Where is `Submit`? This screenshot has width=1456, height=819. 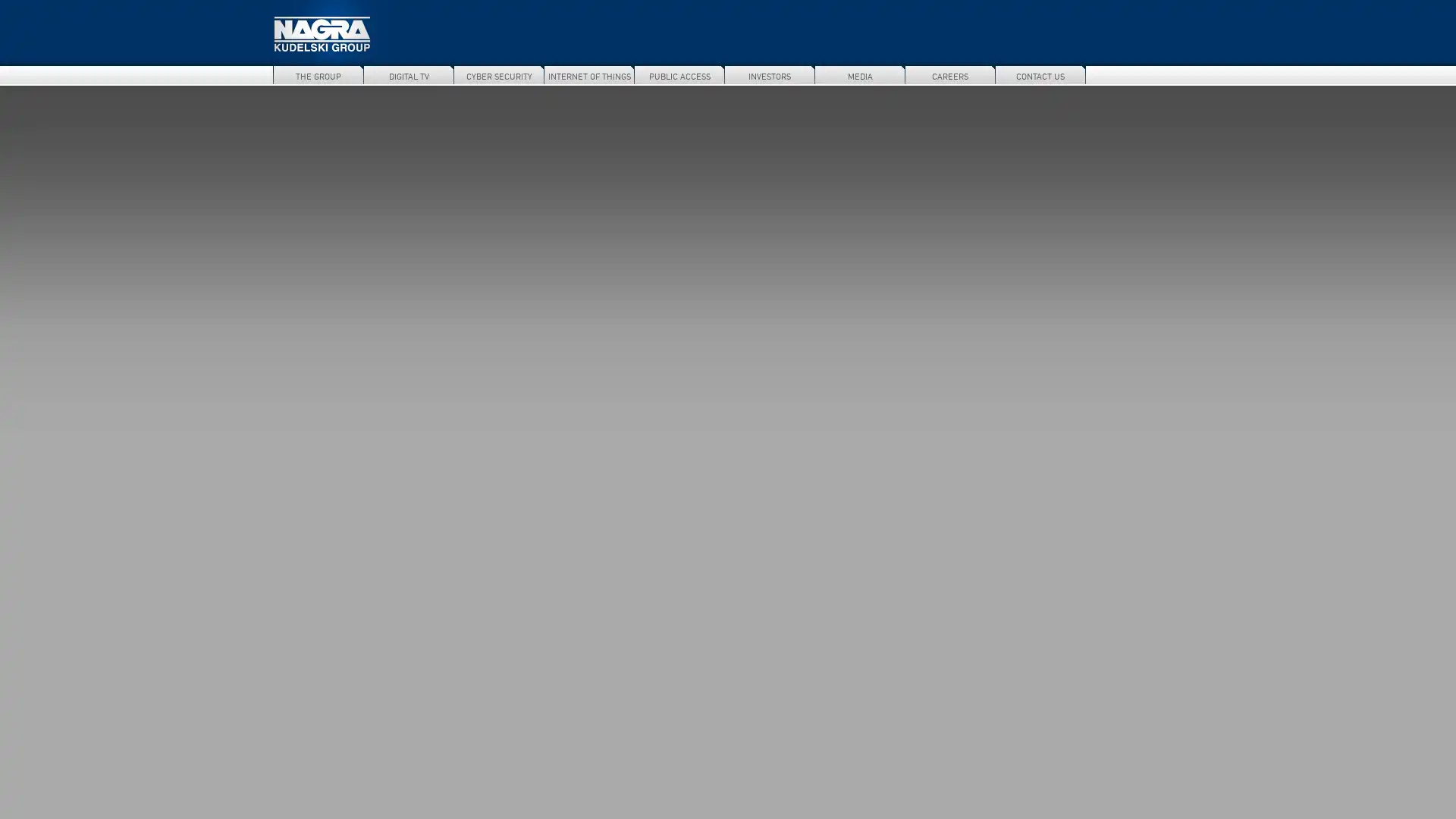
Submit is located at coordinates (1175, 75).